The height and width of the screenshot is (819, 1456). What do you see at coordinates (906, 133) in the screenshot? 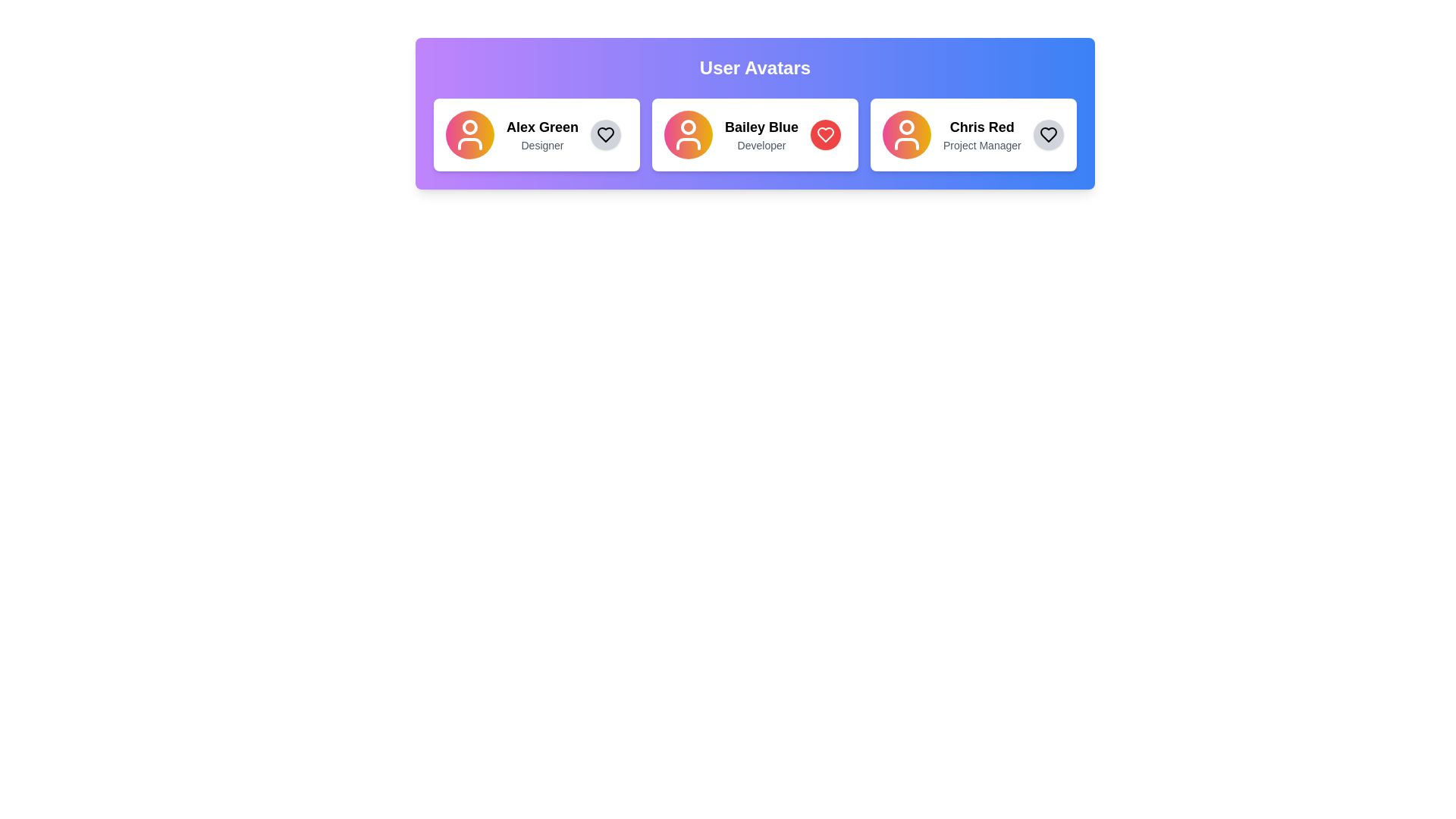
I see `the Icon button representing user 'Chris Red', located on the left side of the content near the text 'Chris Red' and 'Project Manager'` at bounding box center [906, 133].